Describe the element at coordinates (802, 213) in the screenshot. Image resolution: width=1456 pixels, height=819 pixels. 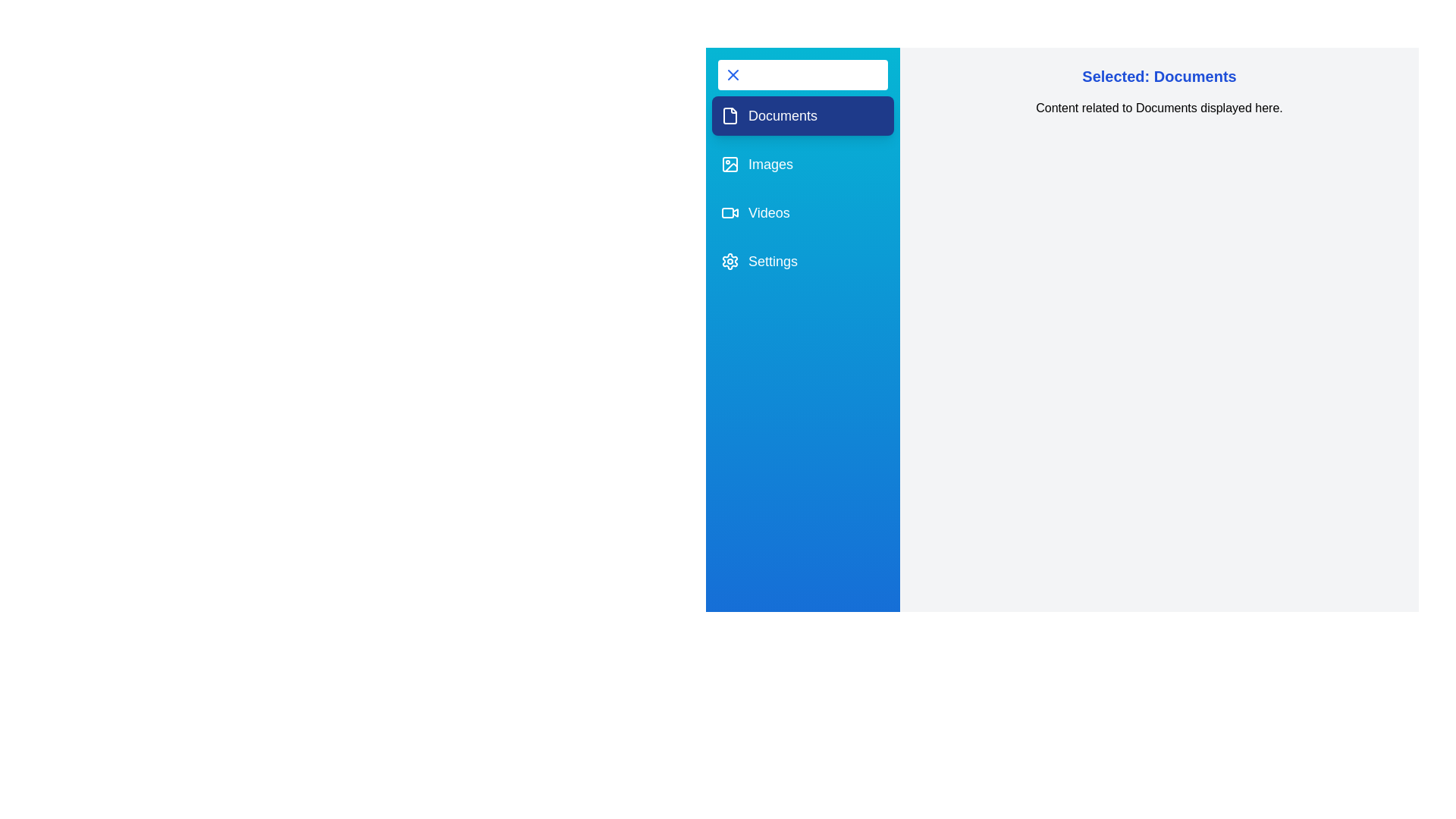
I see `the tab Videos from the MultimediaDrawer component` at that location.